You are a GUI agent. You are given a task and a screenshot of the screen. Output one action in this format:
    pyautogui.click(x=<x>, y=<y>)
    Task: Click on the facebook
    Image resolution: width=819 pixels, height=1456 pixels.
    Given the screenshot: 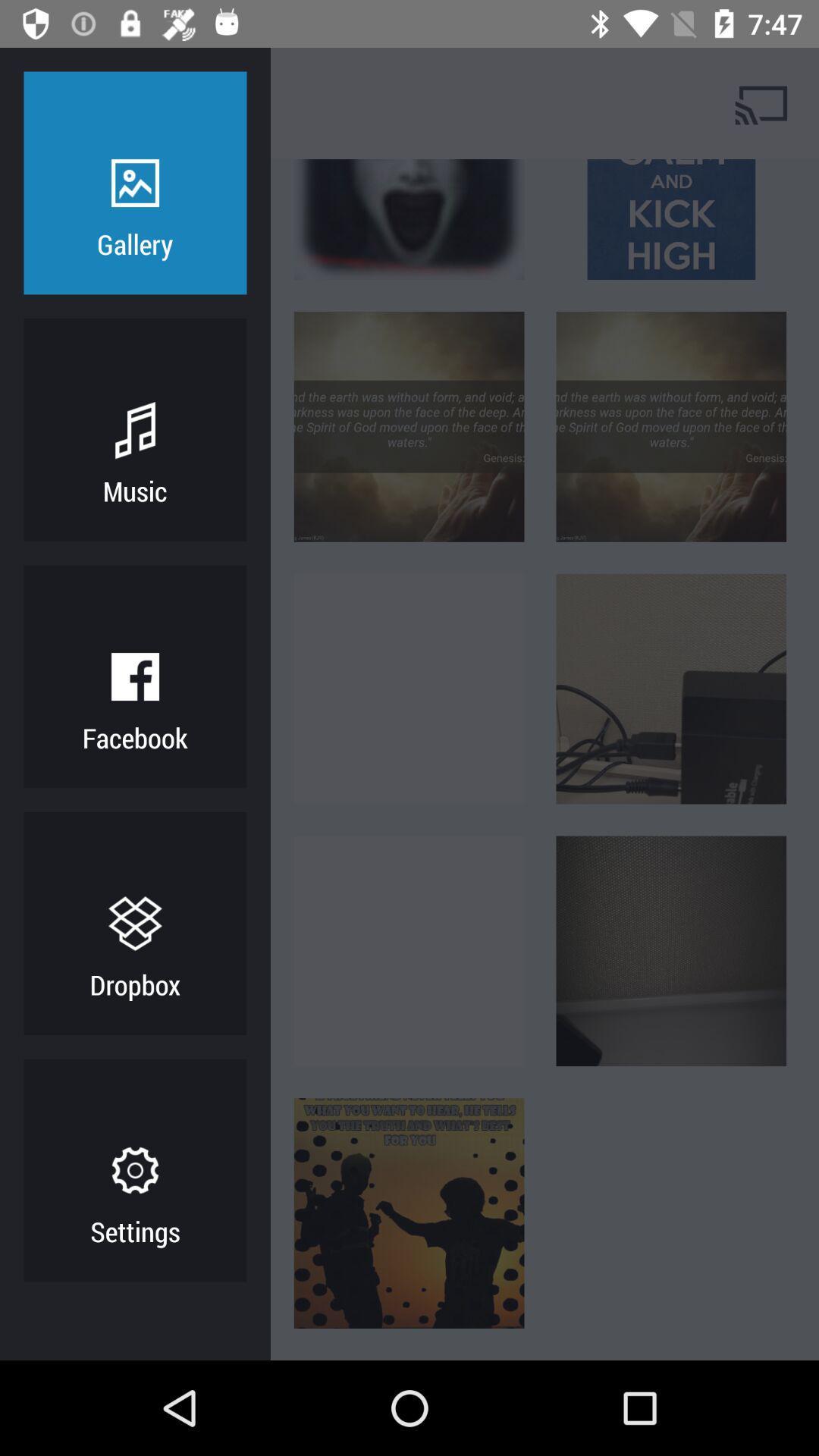 What is the action you would take?
    pyautogui.click(x=134, y=737)
    